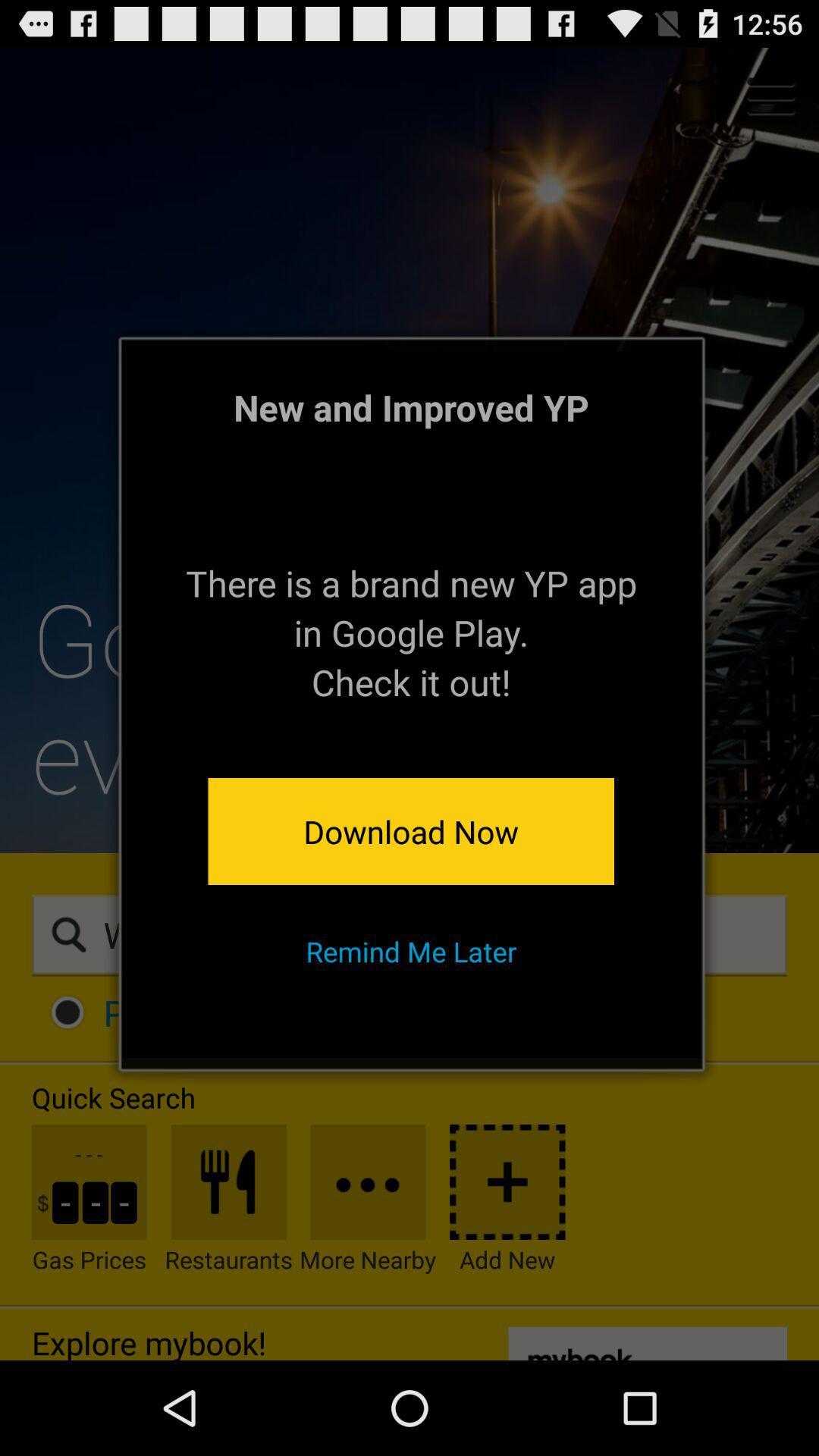  I want to click on the remind me later item, so click(411, 950).